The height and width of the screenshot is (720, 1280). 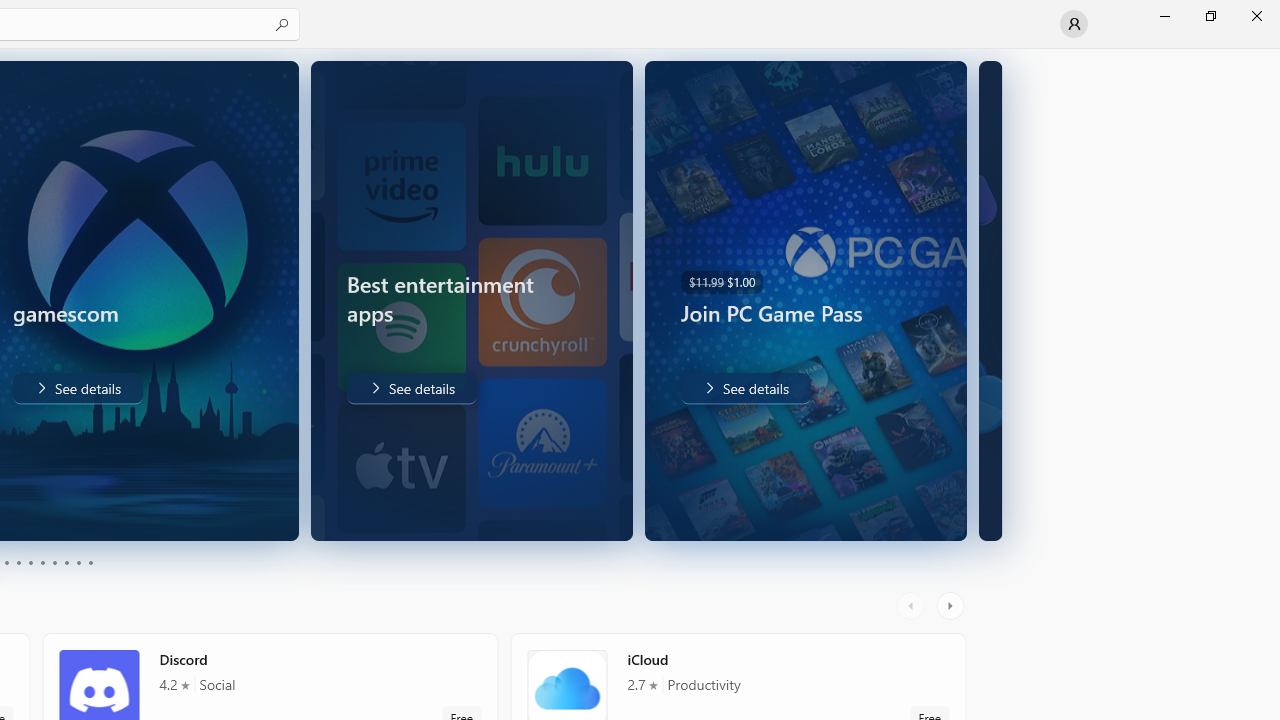 I want to click on 'Page 4', so click(x=17, y=563).